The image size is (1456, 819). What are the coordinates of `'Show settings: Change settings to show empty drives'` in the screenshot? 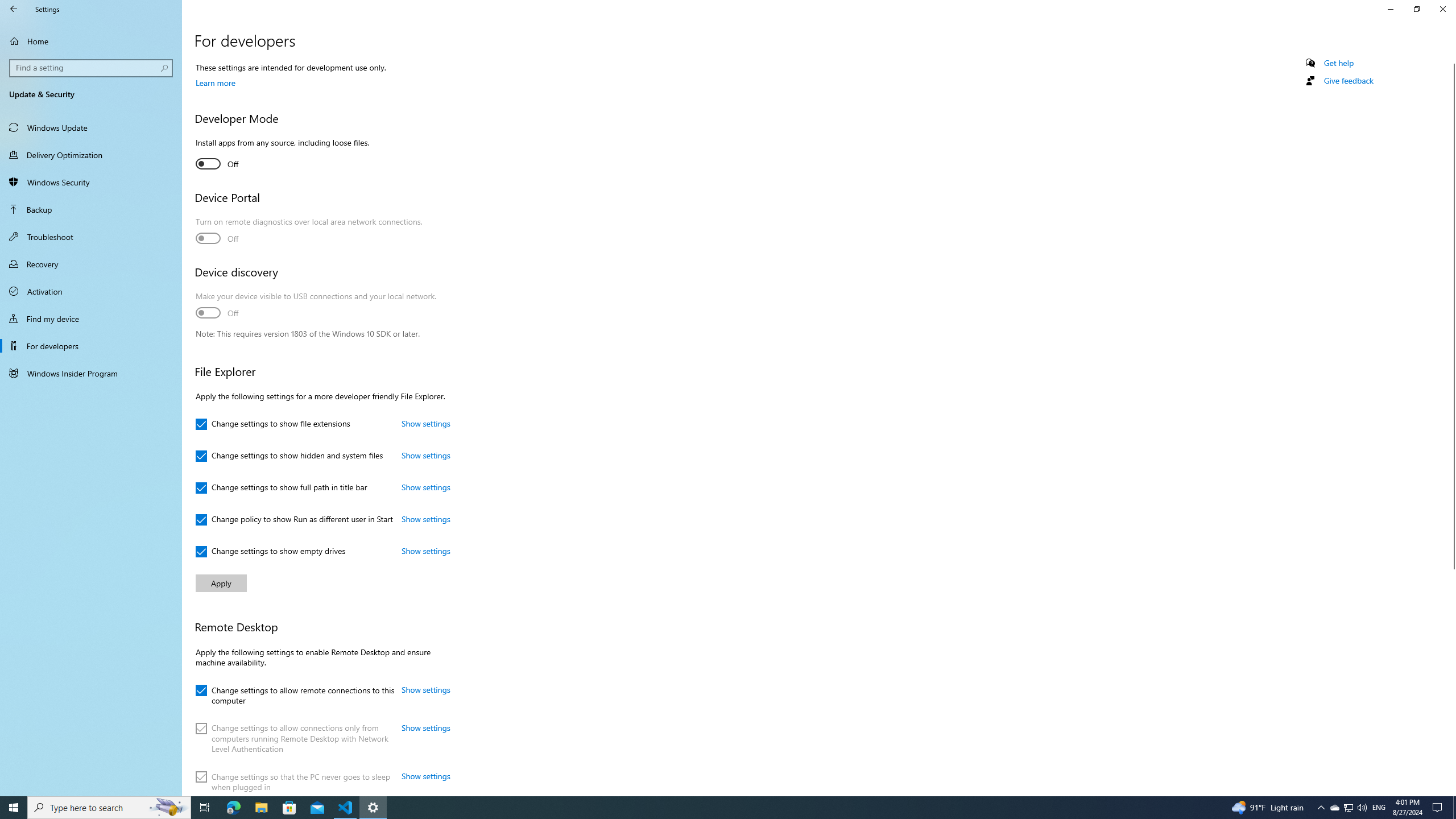 It's located at (425, 551).